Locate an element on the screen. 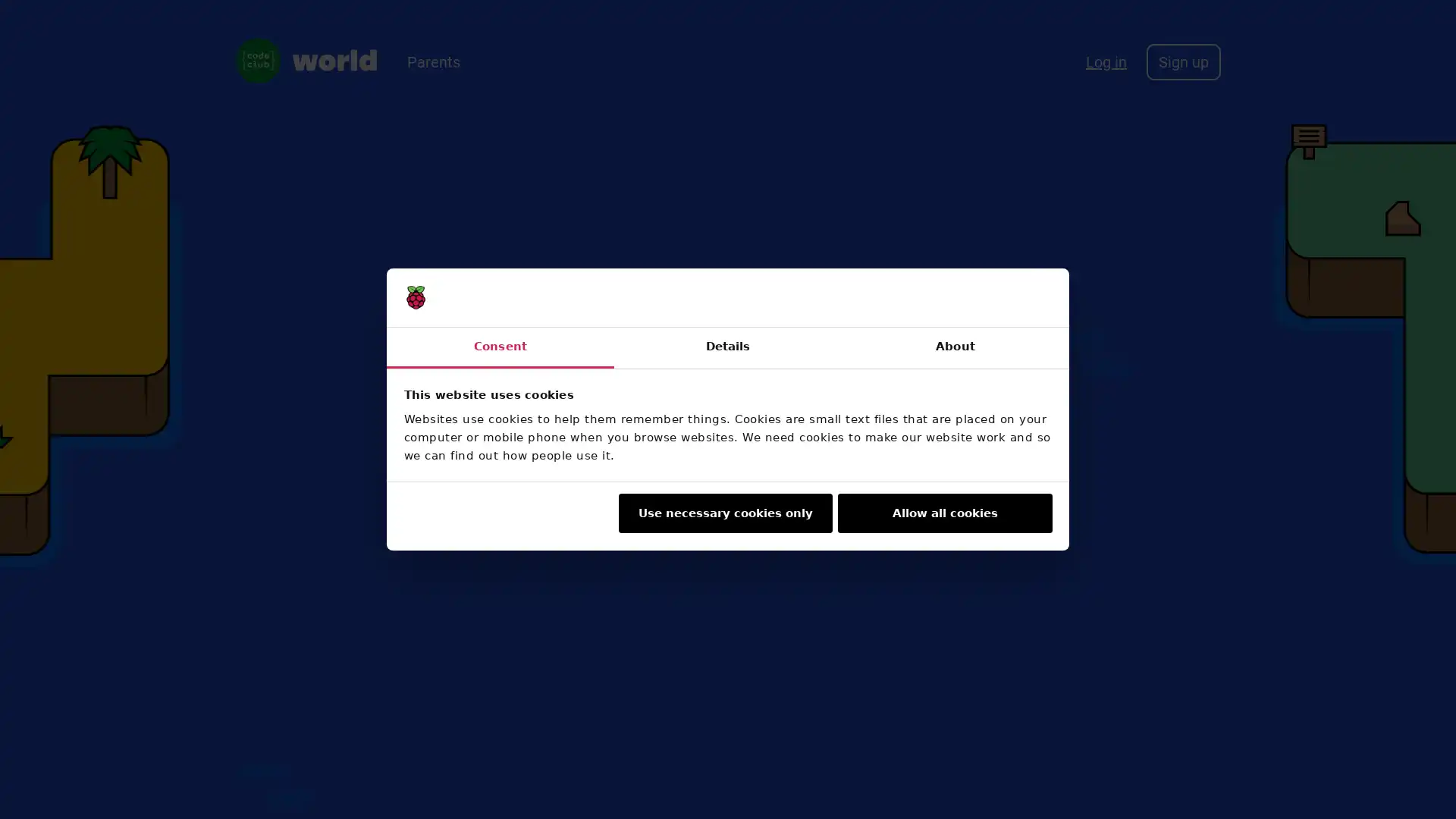  Allow all cookies is located at coordinates (944, 513).